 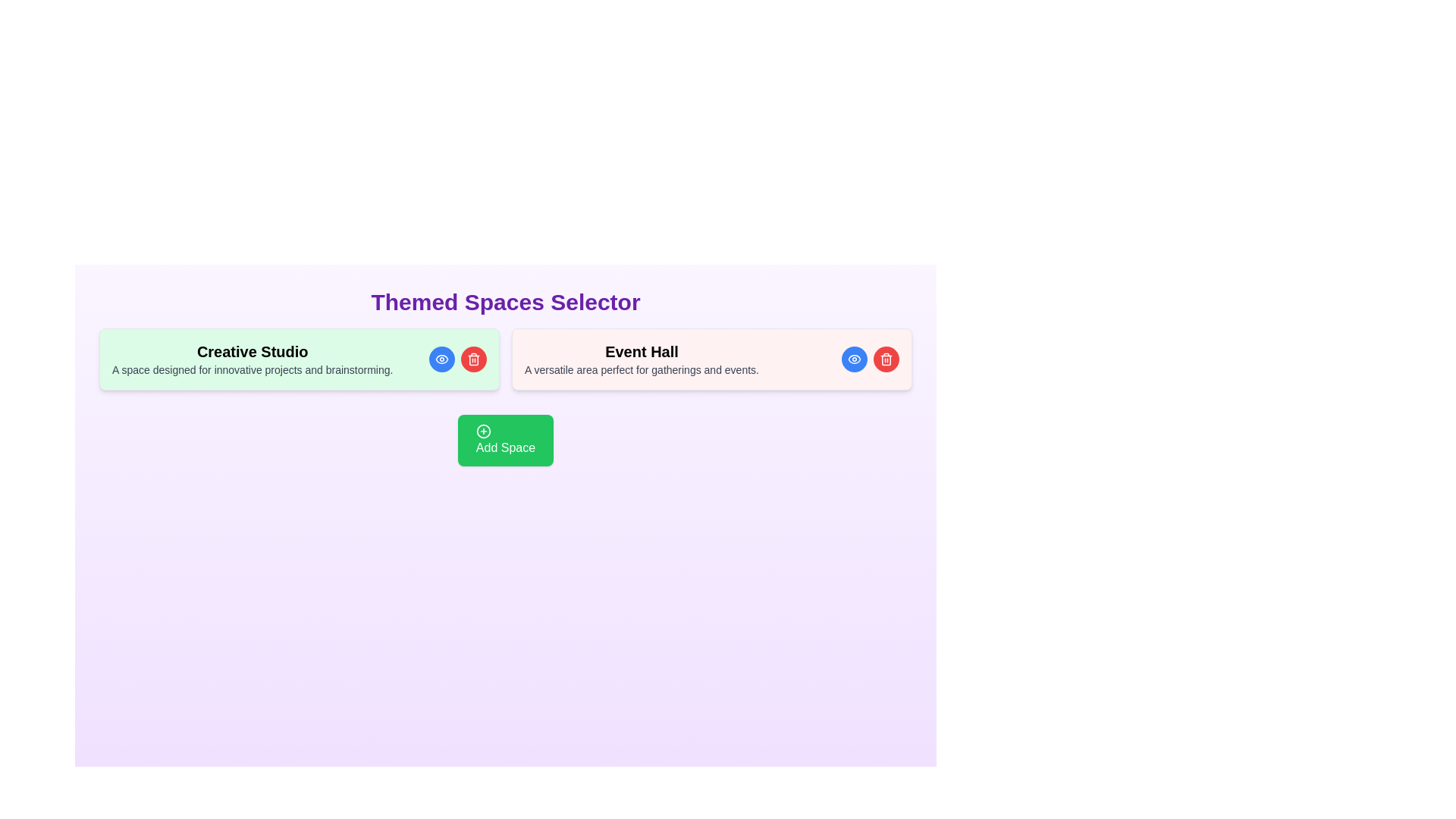 What do you see at coordinates (886, 359) in the screenshot?
I see `the delete icon represented by a red circular button to the right of the 'Event Hall' section` at bounding box center [886, 359].